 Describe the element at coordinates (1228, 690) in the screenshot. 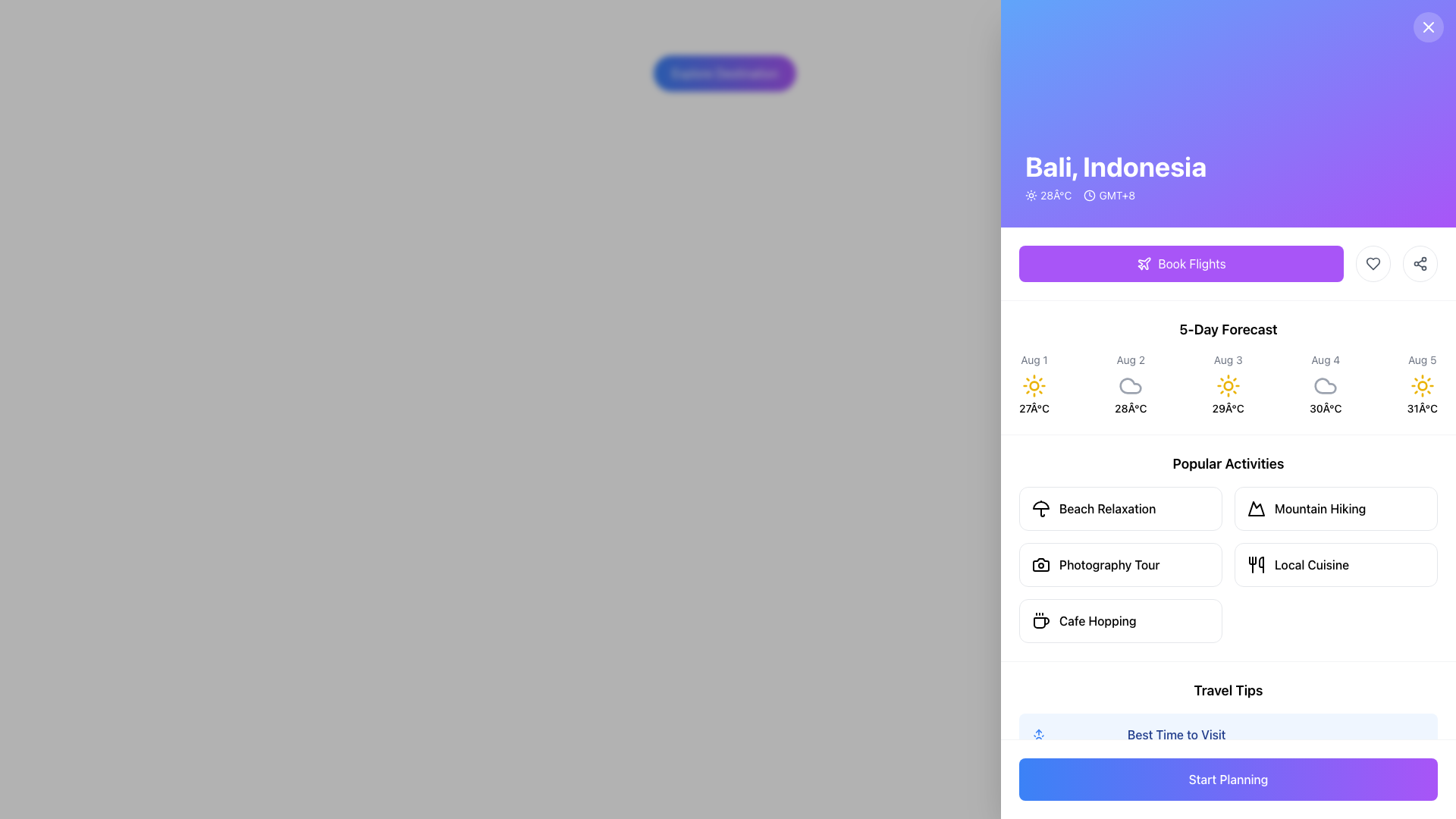

I see `the text heading that introduces the section detailing travel tips, located below the 'Popular Activities' section and above the 'Best Time to Visit'` at that location.